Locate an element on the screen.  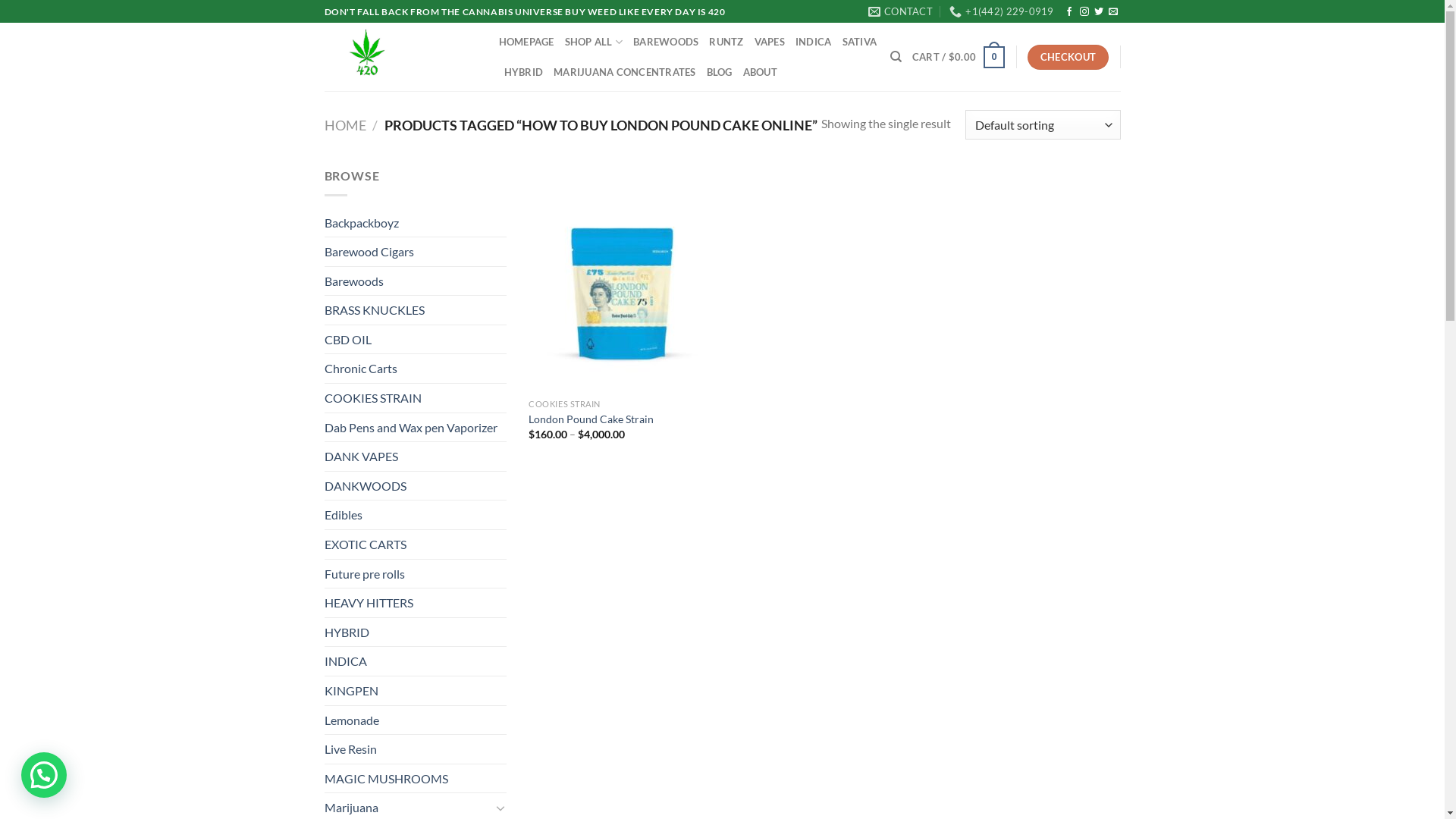
'CART / $0.00 is located at coordinates (912, 57).